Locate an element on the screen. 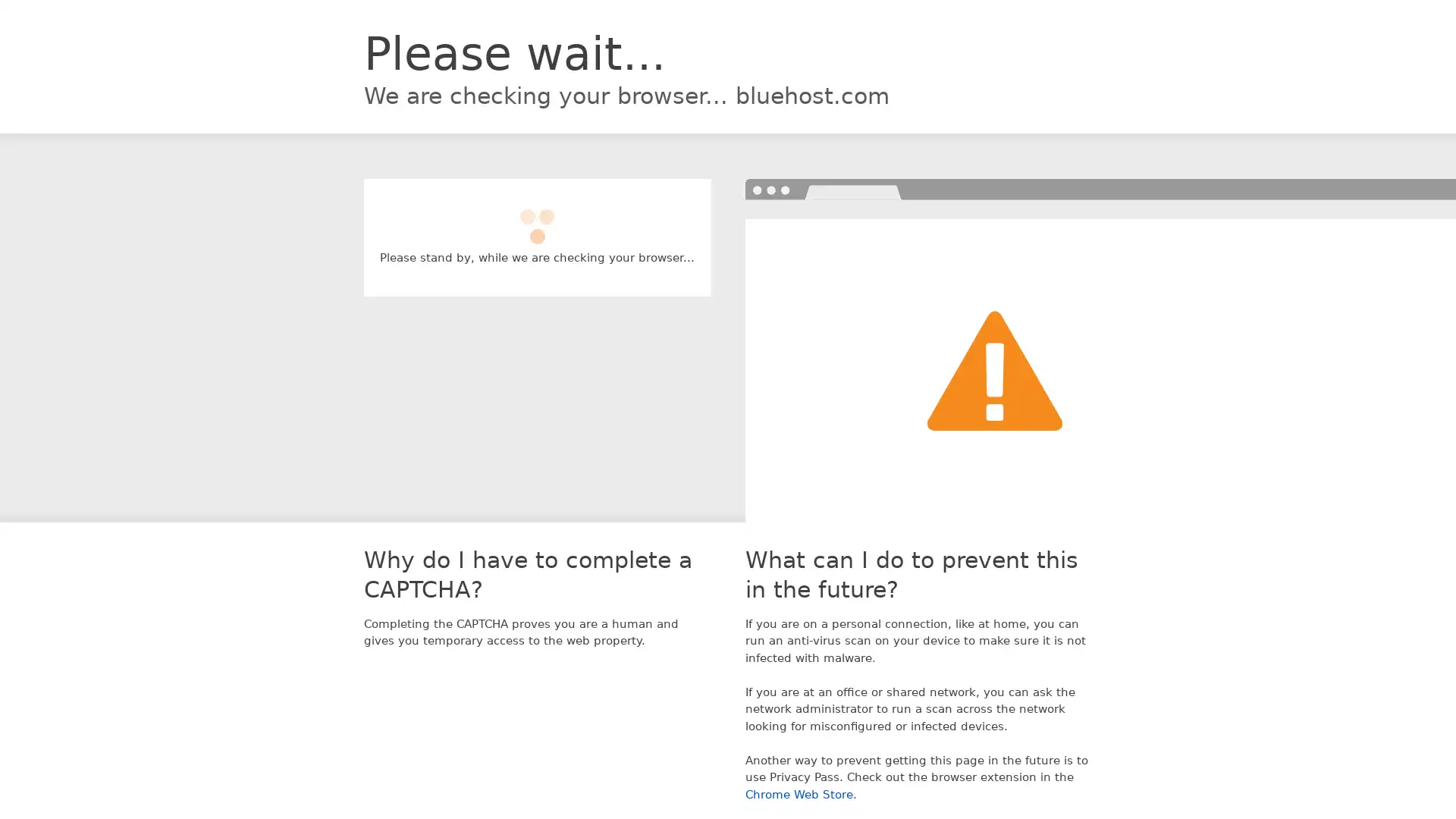  Verify I am not a bot is located at coordinates (537, 219).